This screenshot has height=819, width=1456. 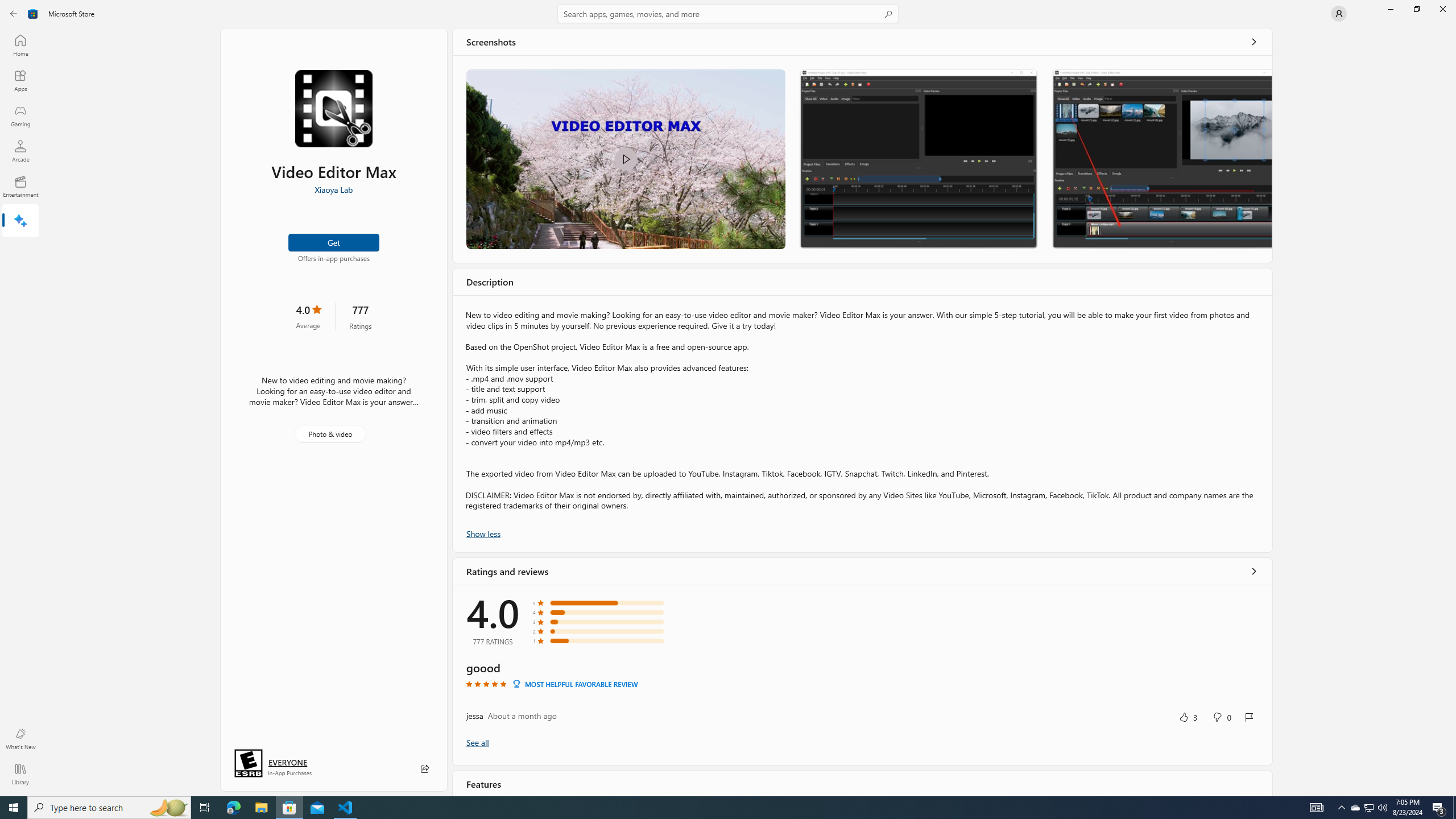 What do you see at coordinates (1442, 9) in the screenshot?
I see `'Close Microsoft Store'` at bounding box center [1442, 9].